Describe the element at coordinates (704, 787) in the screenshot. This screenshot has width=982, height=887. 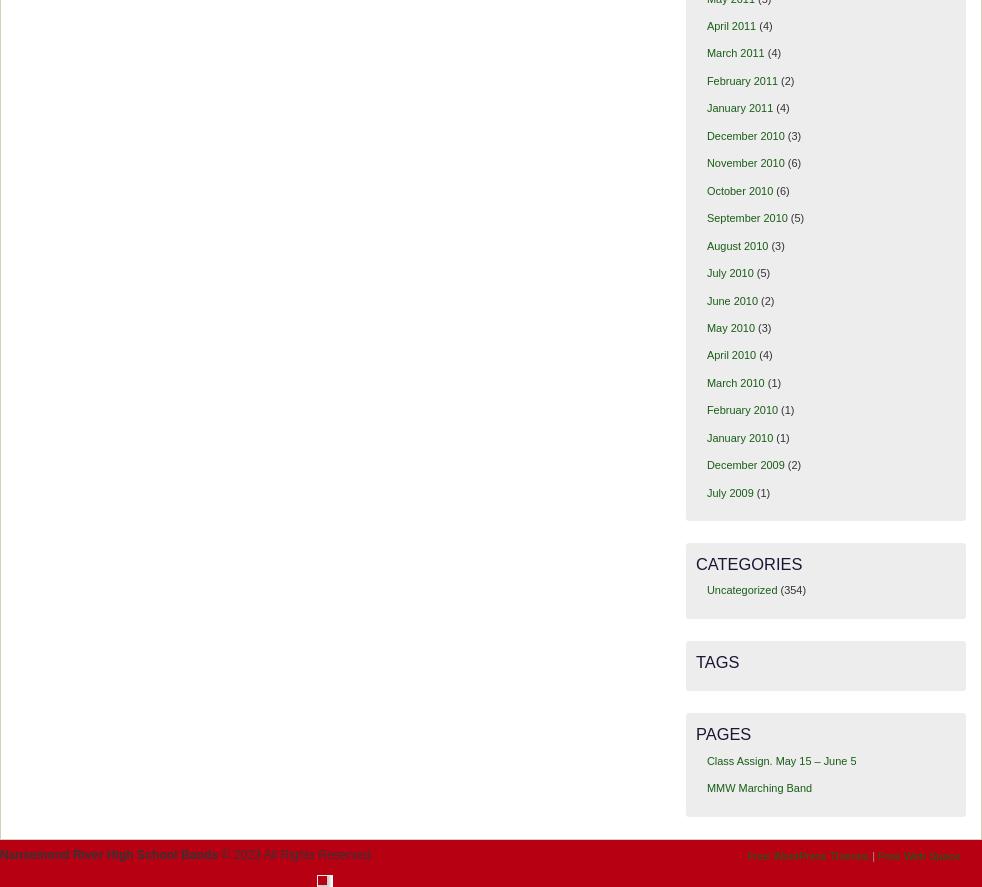
I see `'MMW Marching Band'` at that location.